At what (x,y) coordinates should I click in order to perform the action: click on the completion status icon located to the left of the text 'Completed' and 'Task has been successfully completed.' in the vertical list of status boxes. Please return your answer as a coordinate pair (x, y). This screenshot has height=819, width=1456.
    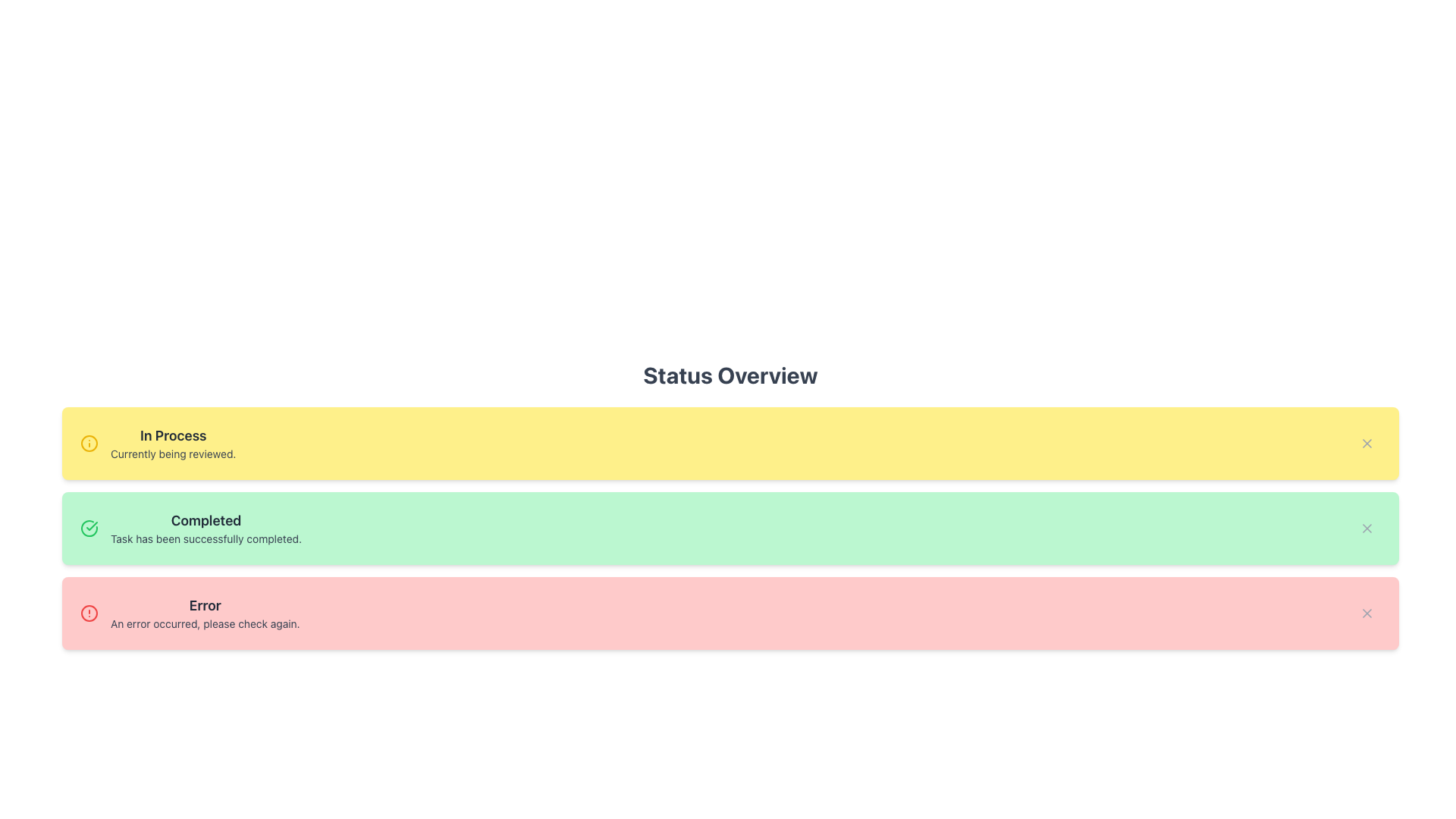
    Looking at the image, I should click on (89, 528).